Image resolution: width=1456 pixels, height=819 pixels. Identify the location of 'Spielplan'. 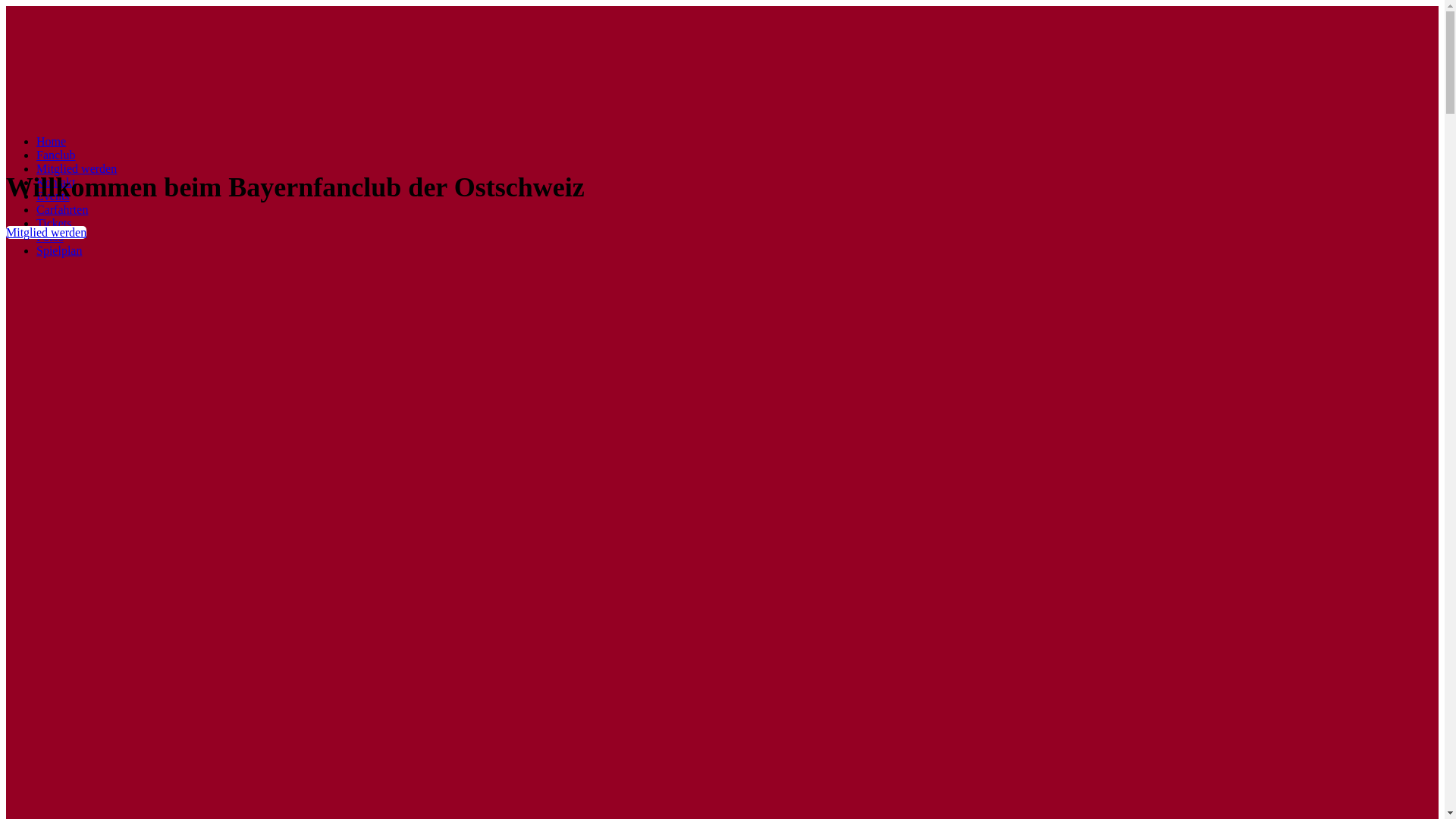
(58, 249).